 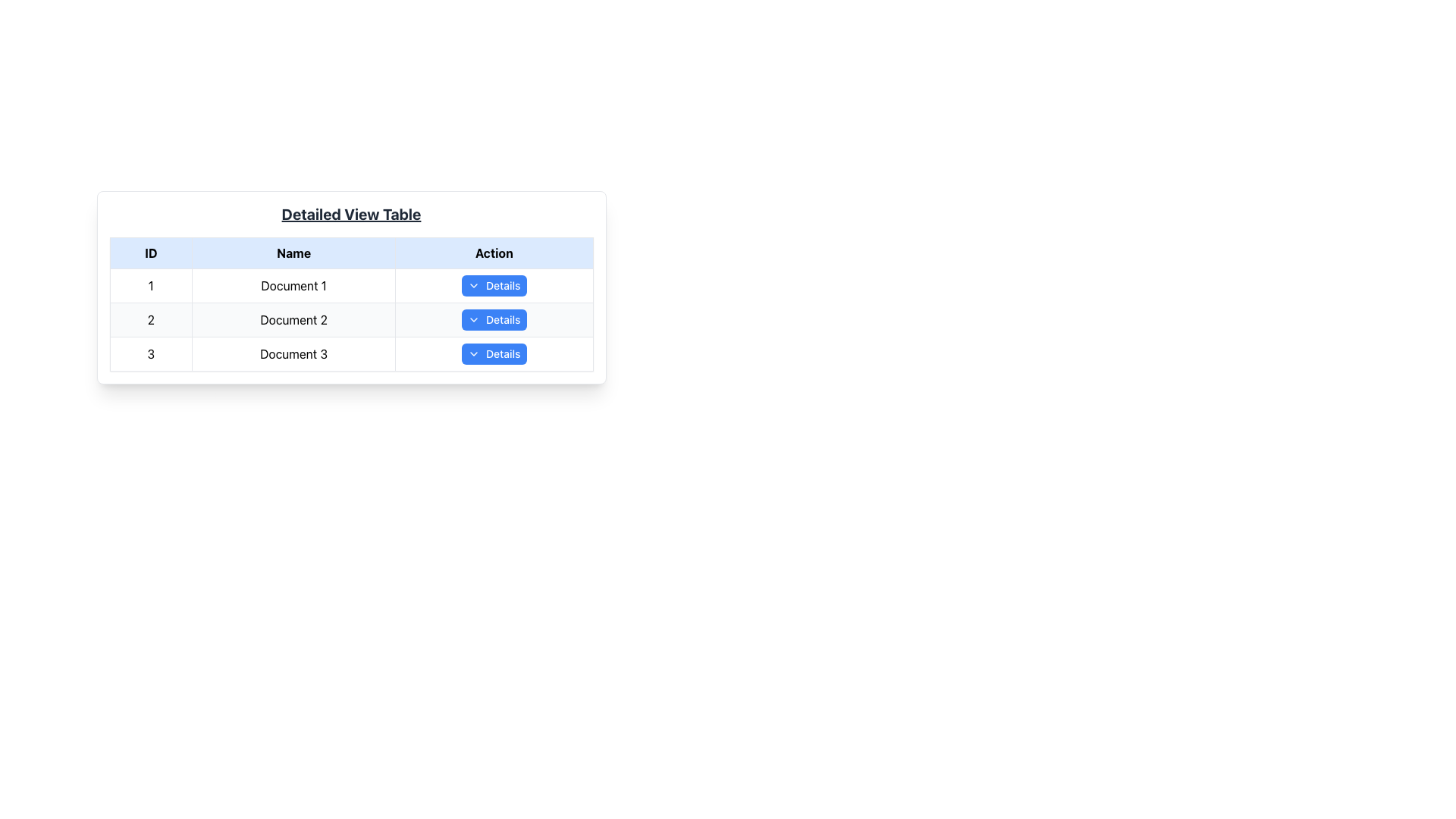 I want to click on the Table Header Cell labeled 'ID', which is a rectangular cell with bold black text on a light blue background, located at the top-left corner of the table, so click(x=151, y=253).